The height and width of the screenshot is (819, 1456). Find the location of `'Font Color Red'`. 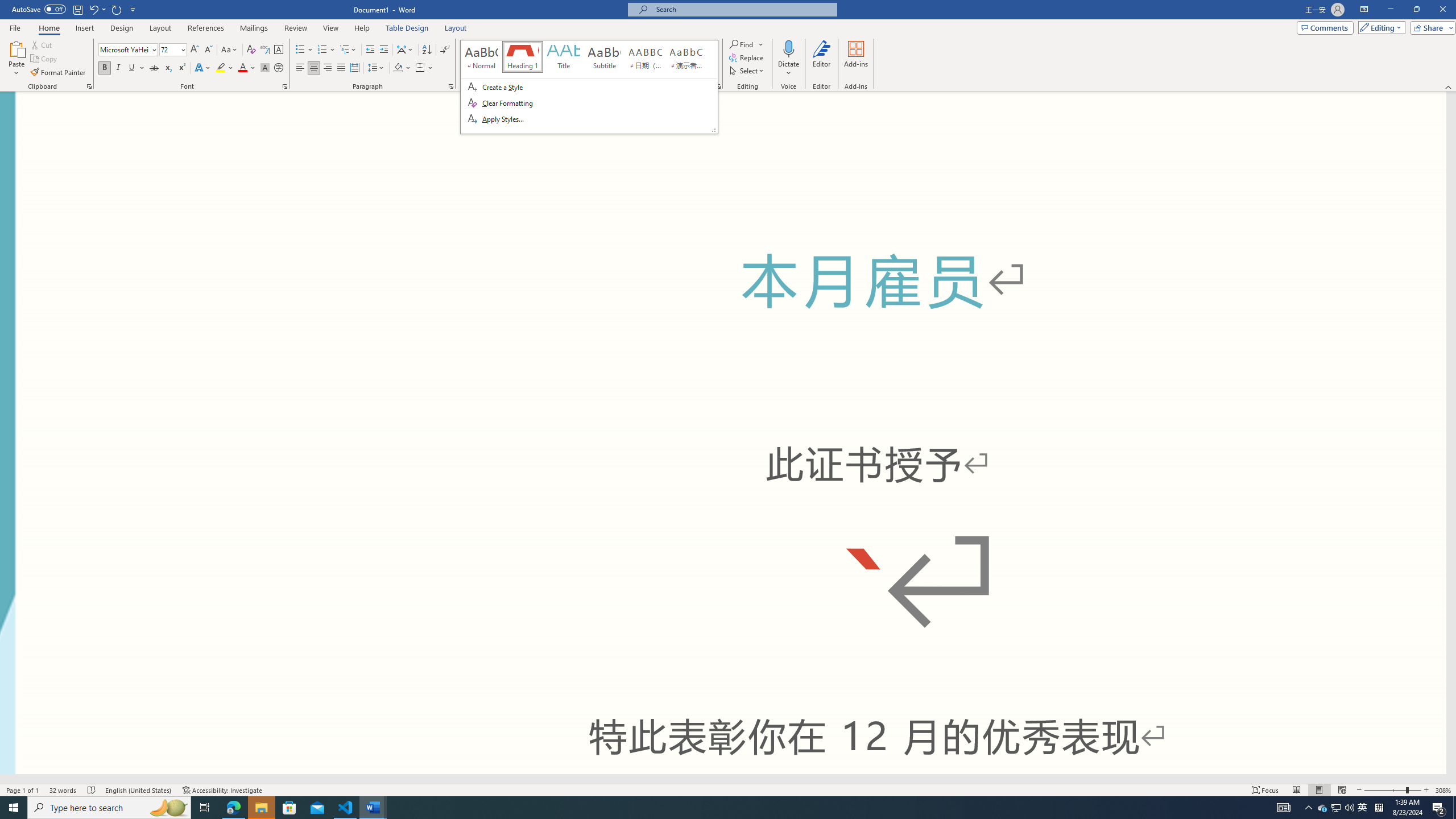

'Font Color Red' is located at coordinates (242, 67).